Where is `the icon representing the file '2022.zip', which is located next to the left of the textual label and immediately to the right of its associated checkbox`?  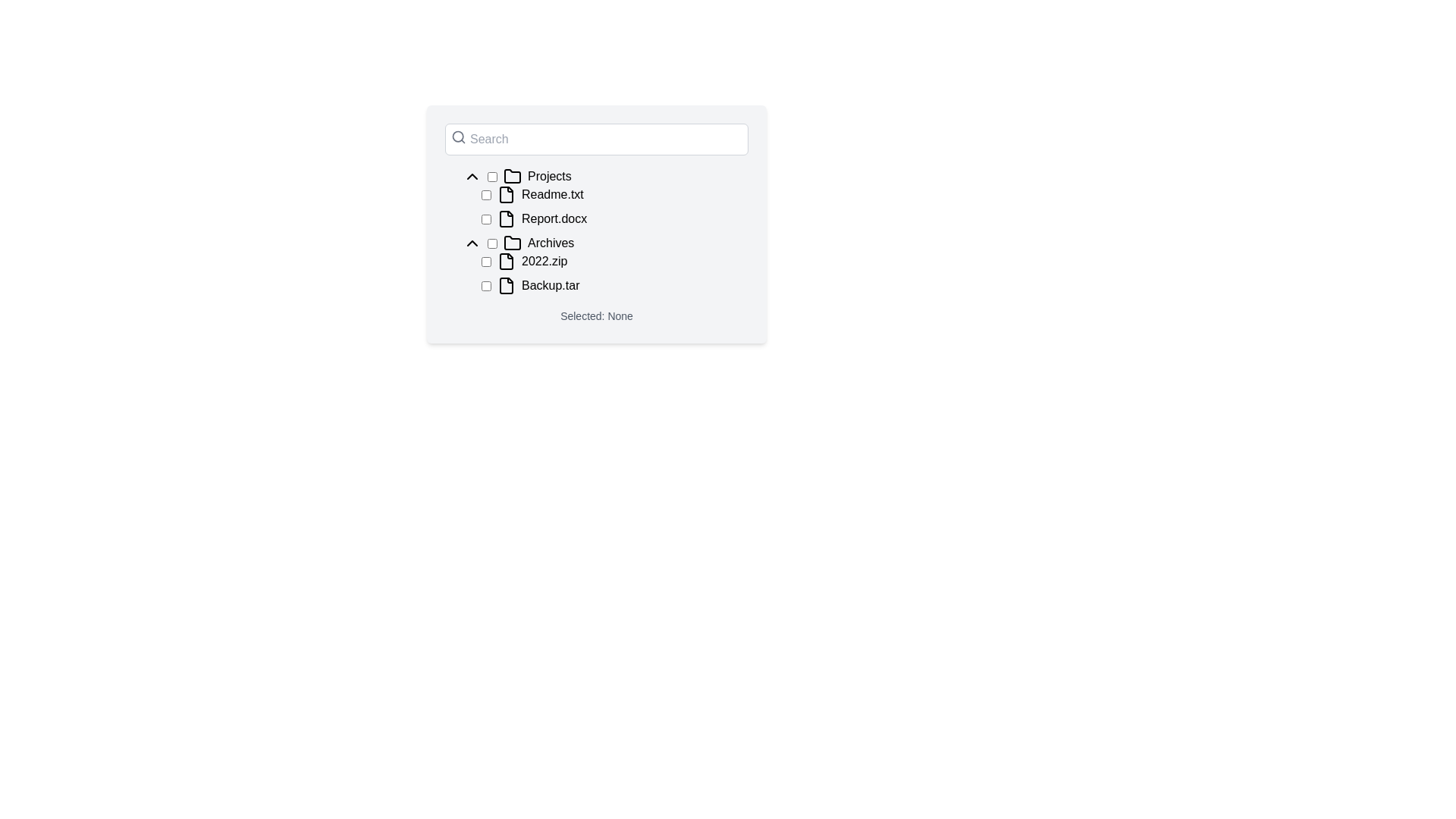 the icon representing the file '2022.zip', which is located next to the left of the textual label and immediately to the right of its associated checkbox is located at coordinates (506, 260).